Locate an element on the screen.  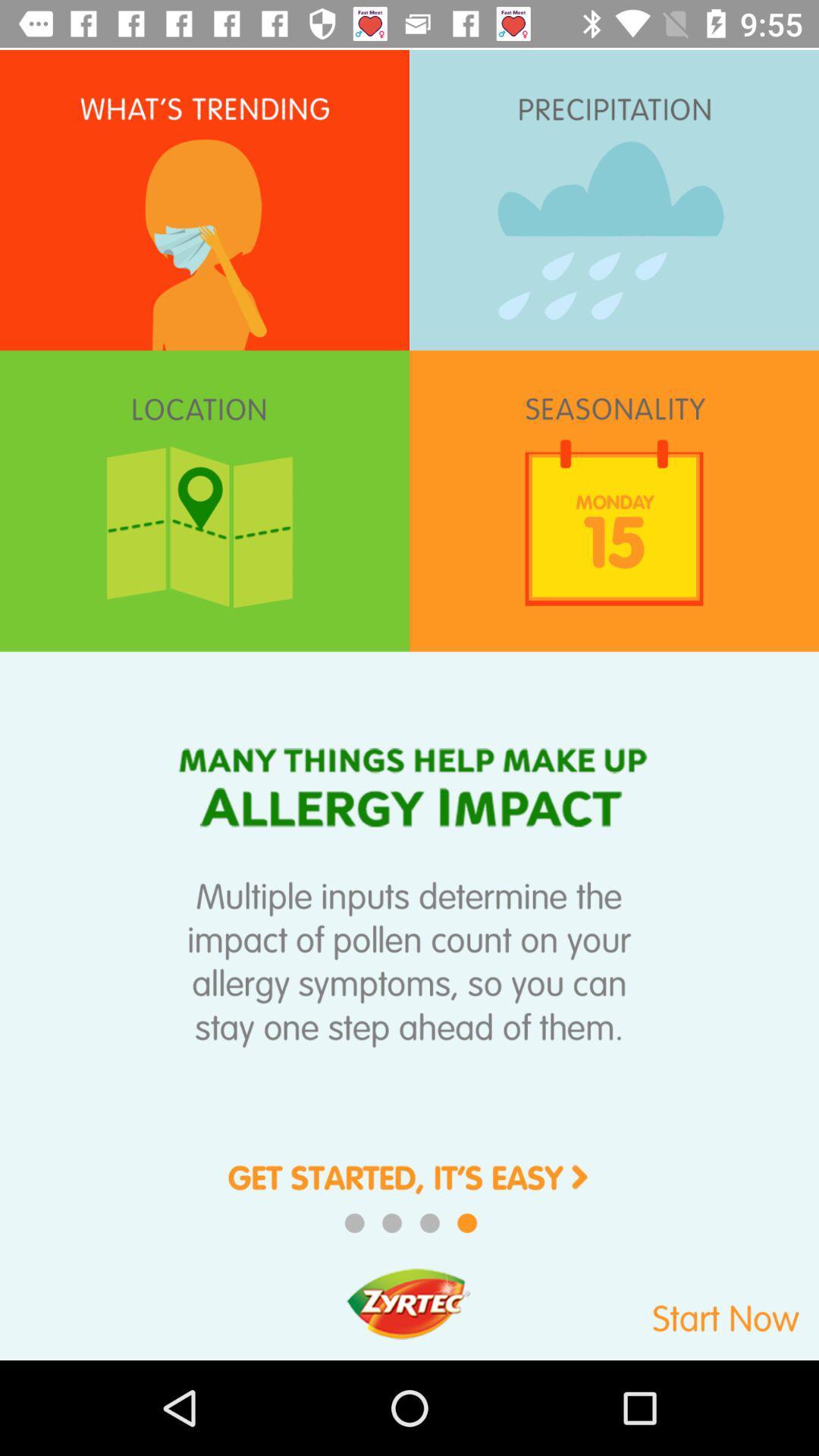
start using the app is located at coordinates (669, 1310).